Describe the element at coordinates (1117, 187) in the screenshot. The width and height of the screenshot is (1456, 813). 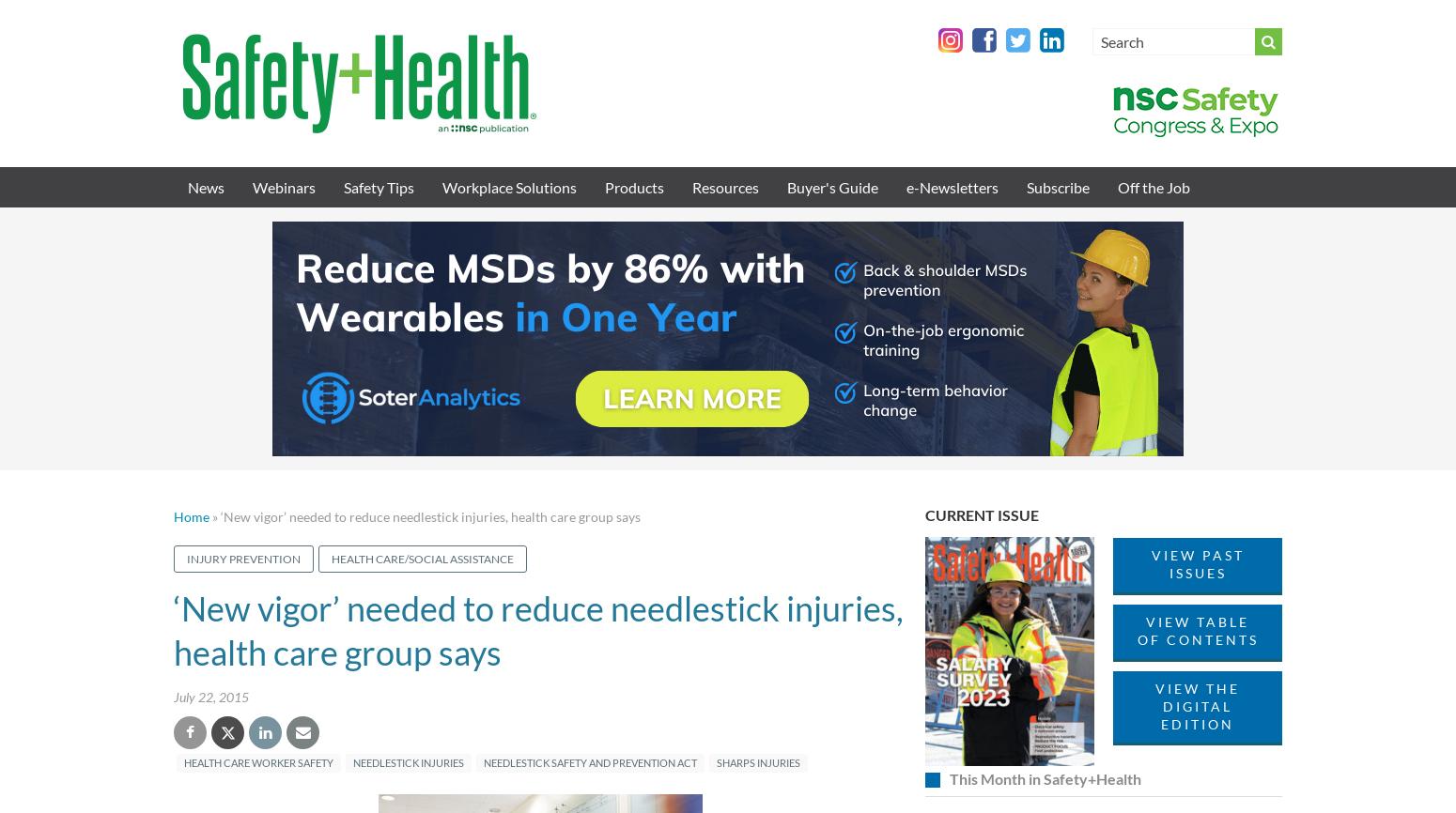
I see `'Off the Job'` at that location.